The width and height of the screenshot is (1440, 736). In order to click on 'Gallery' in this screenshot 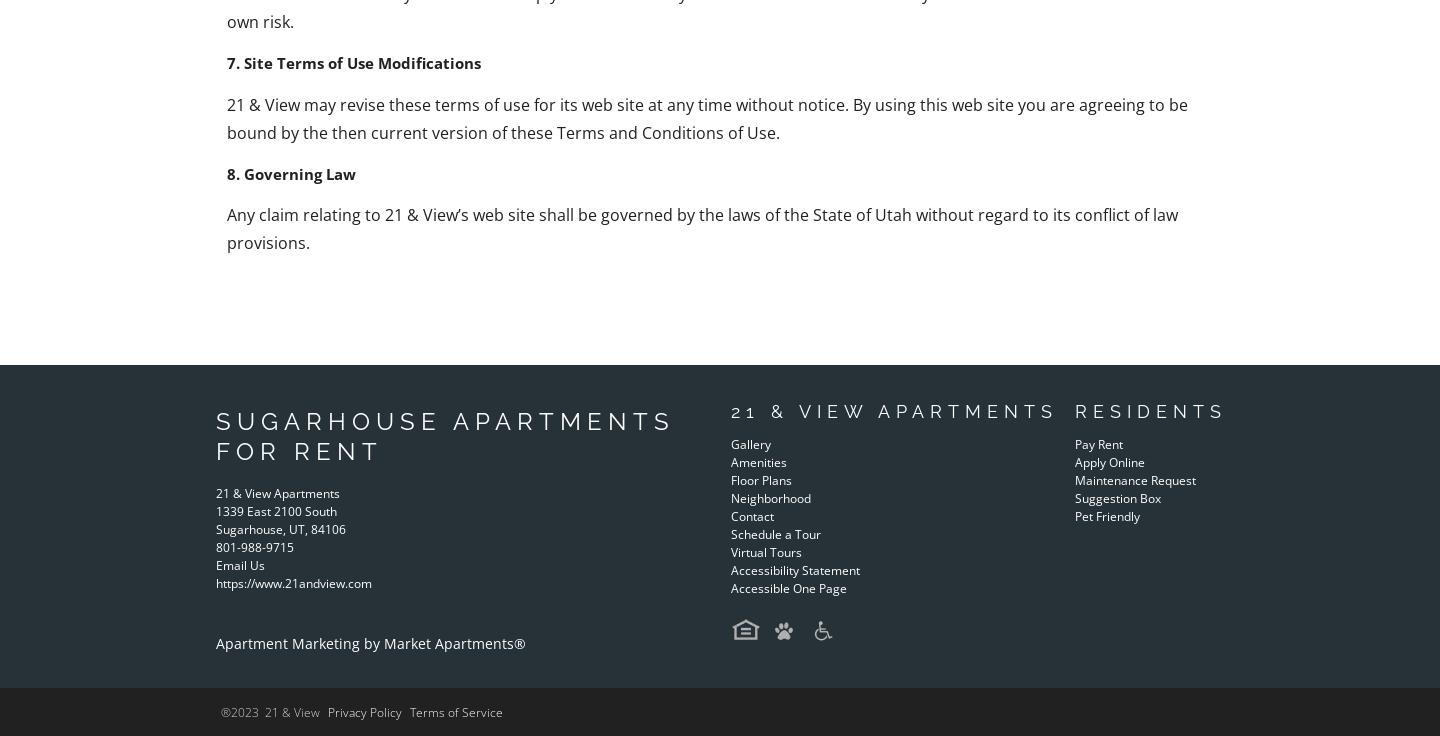, I will do `click(749, 443)`.